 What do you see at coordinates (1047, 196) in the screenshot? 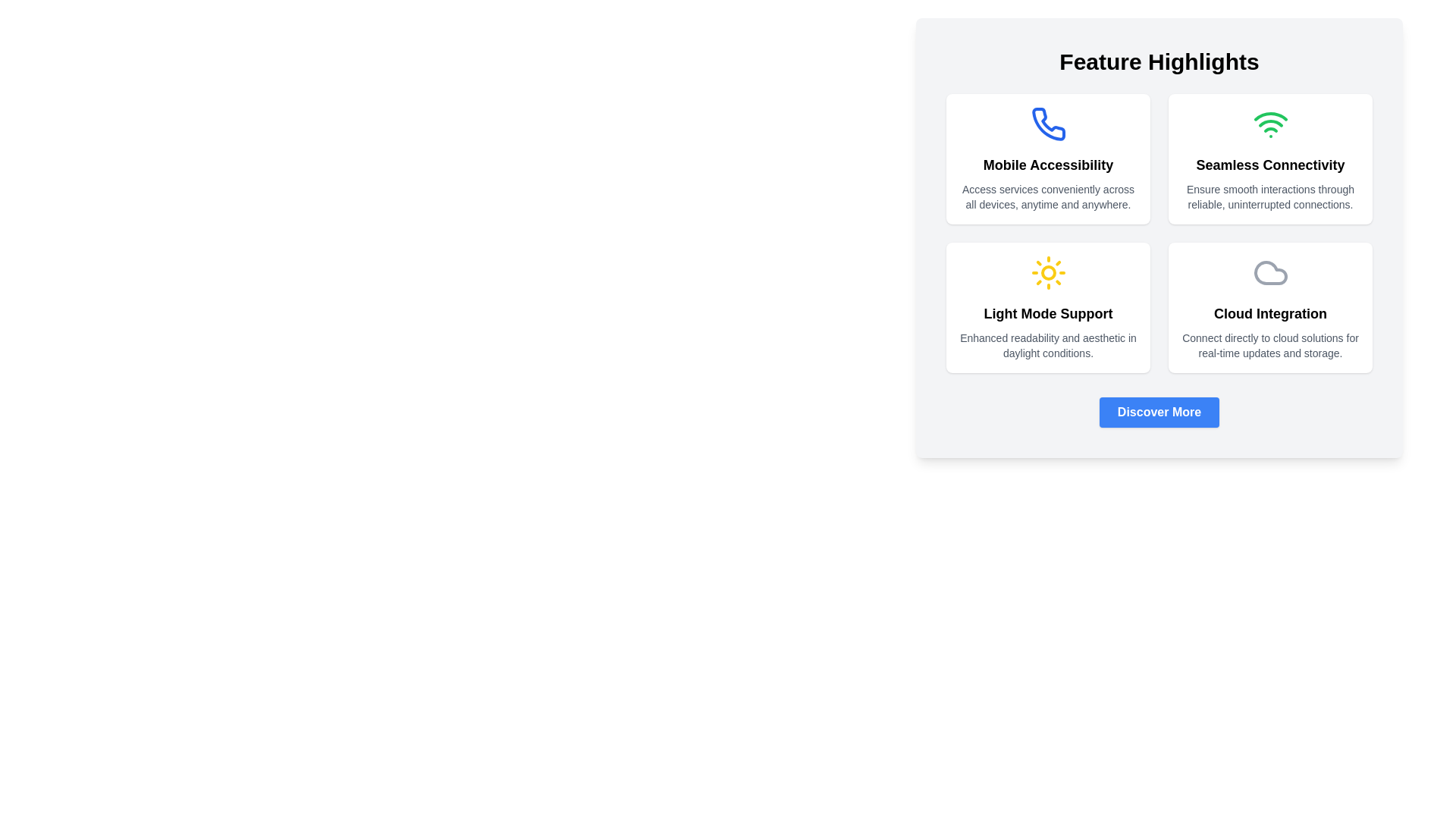
I see `the descriptive text element located beneath the title 'Mobile Accessibility' in the top-left section of the feature card layout` at bounding box center [1047, 196].